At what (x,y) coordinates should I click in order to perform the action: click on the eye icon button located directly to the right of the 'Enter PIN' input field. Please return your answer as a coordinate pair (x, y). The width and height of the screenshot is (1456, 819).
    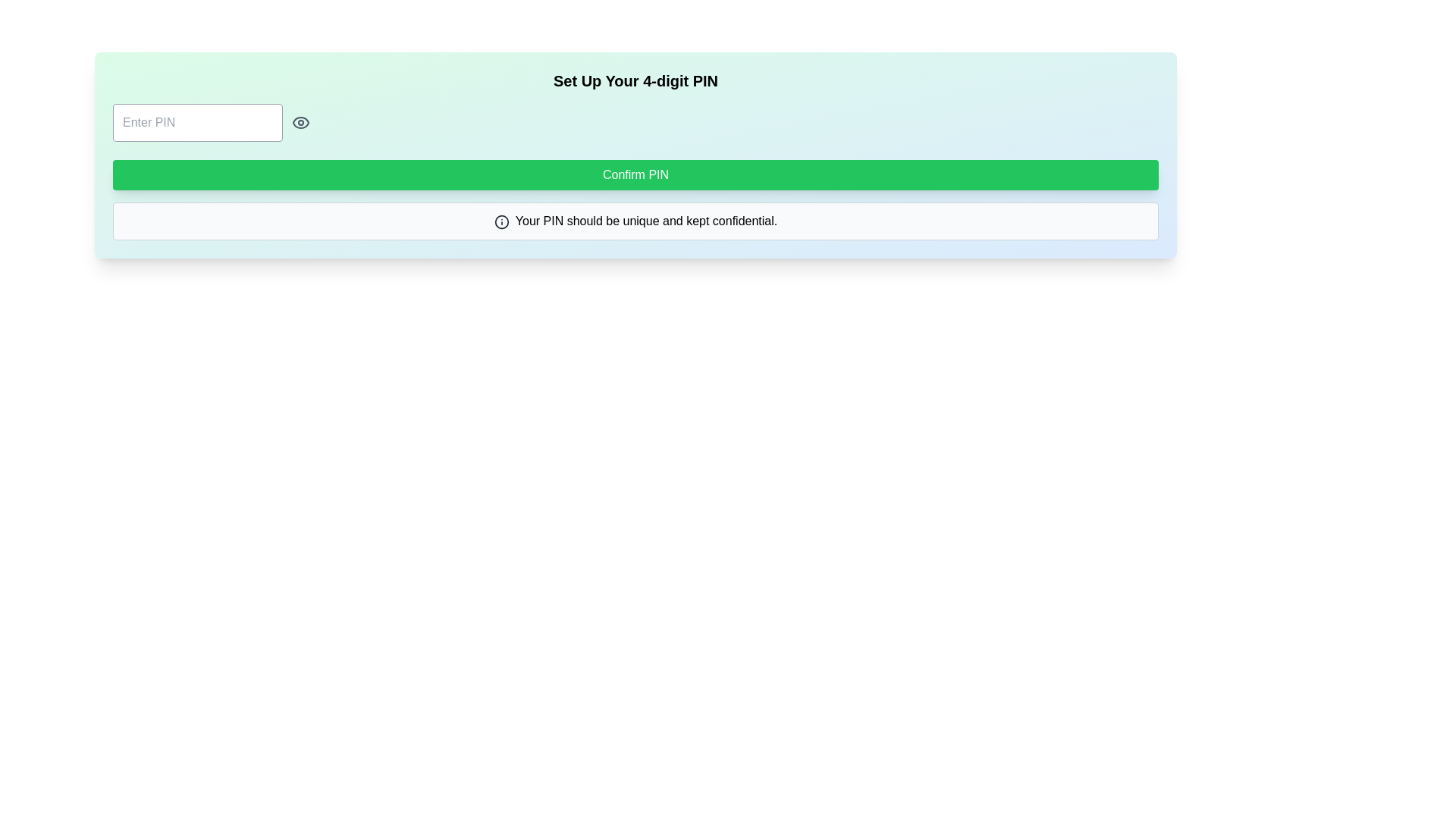
    Looking at the image, I should click on (301, 122).